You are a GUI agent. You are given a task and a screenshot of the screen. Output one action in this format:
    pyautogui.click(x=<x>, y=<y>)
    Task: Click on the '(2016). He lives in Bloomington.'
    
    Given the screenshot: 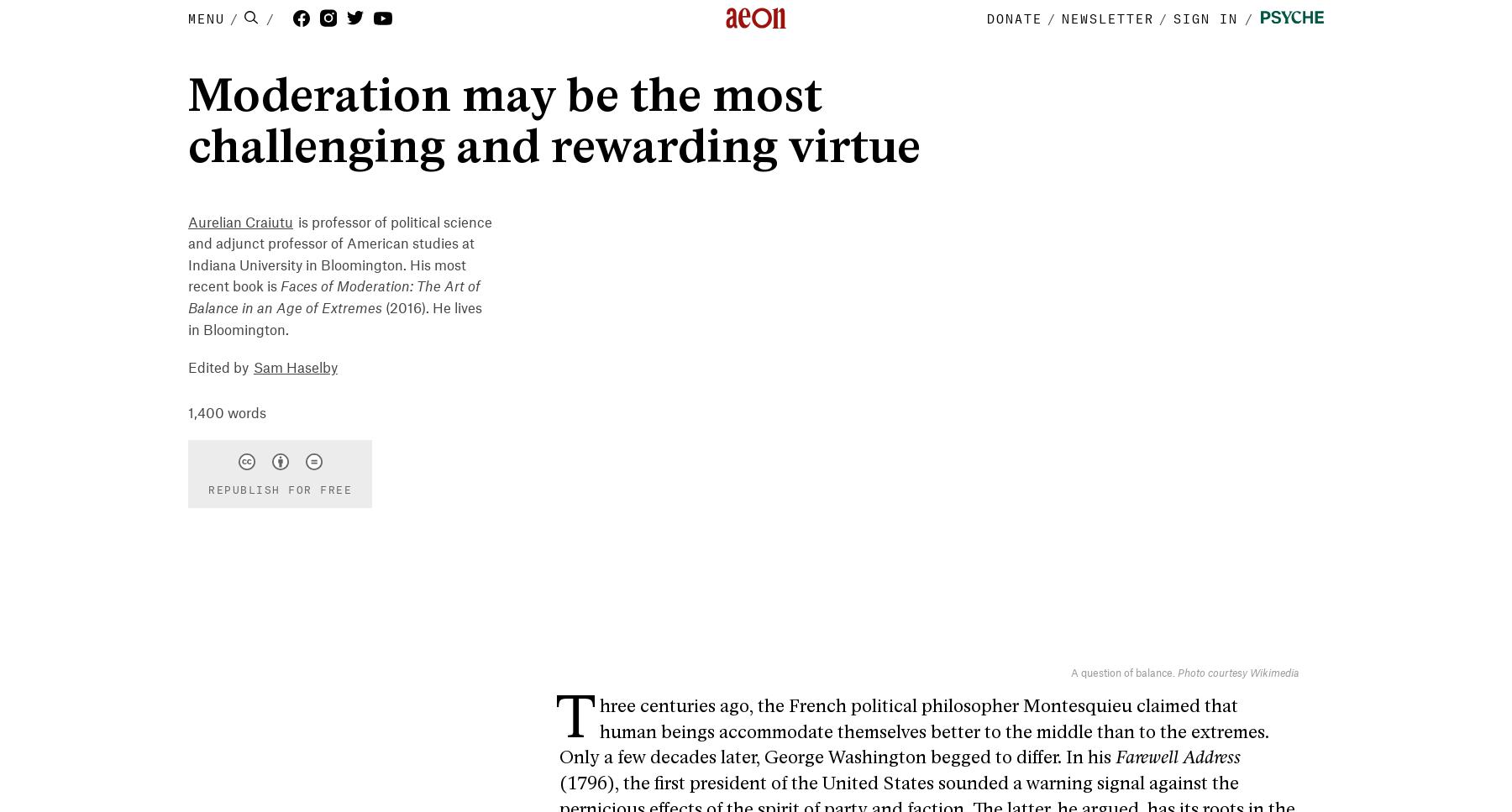 What is the action you would take?
    pyautogui.click(x=335, y=319)
    